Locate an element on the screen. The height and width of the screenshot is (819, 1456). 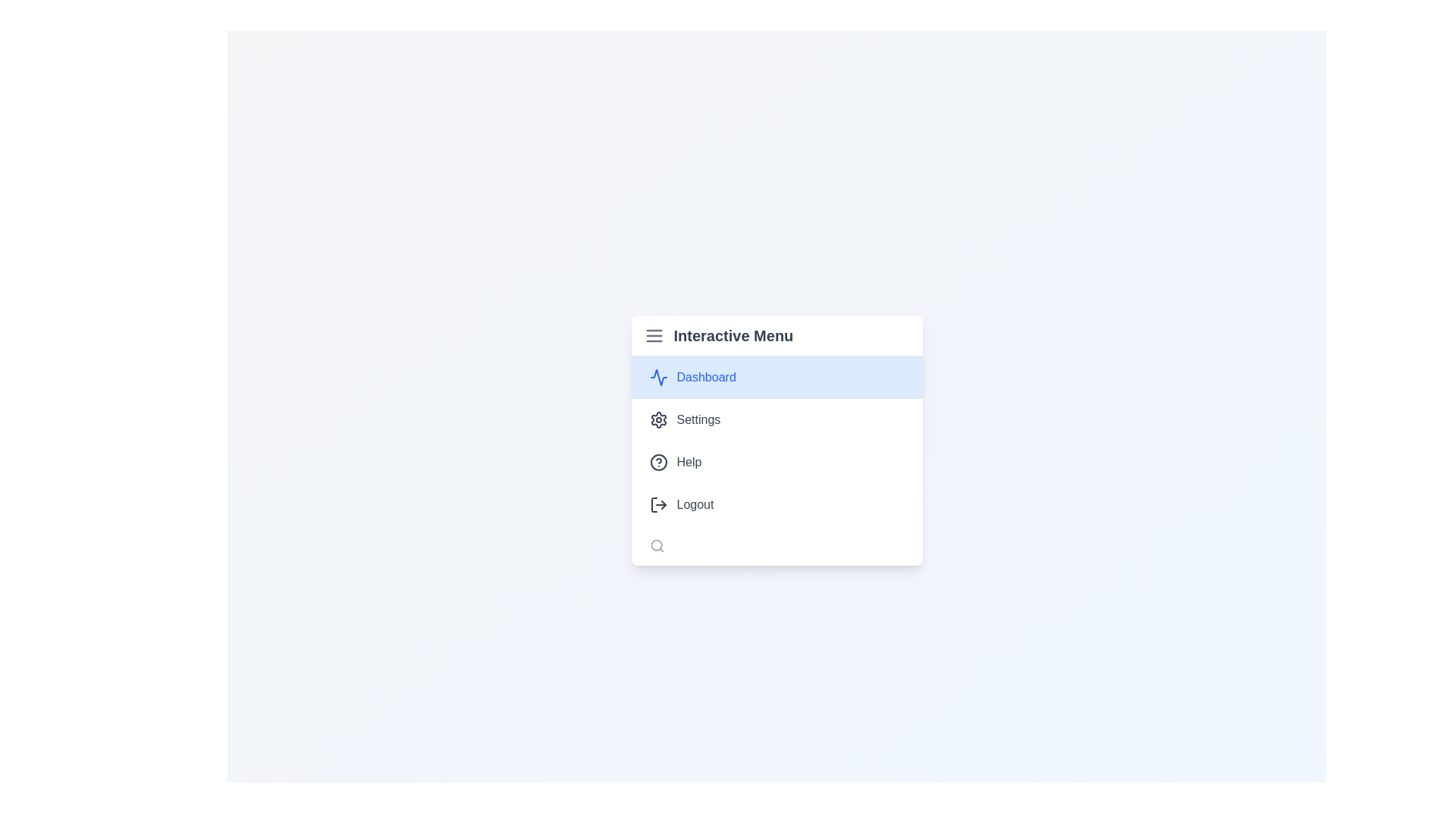
the small graphical icon resembling a waveform or activity indicator located to the left of the 'Dashboard' label in the interactive menu is located at coordinates (658, 376).